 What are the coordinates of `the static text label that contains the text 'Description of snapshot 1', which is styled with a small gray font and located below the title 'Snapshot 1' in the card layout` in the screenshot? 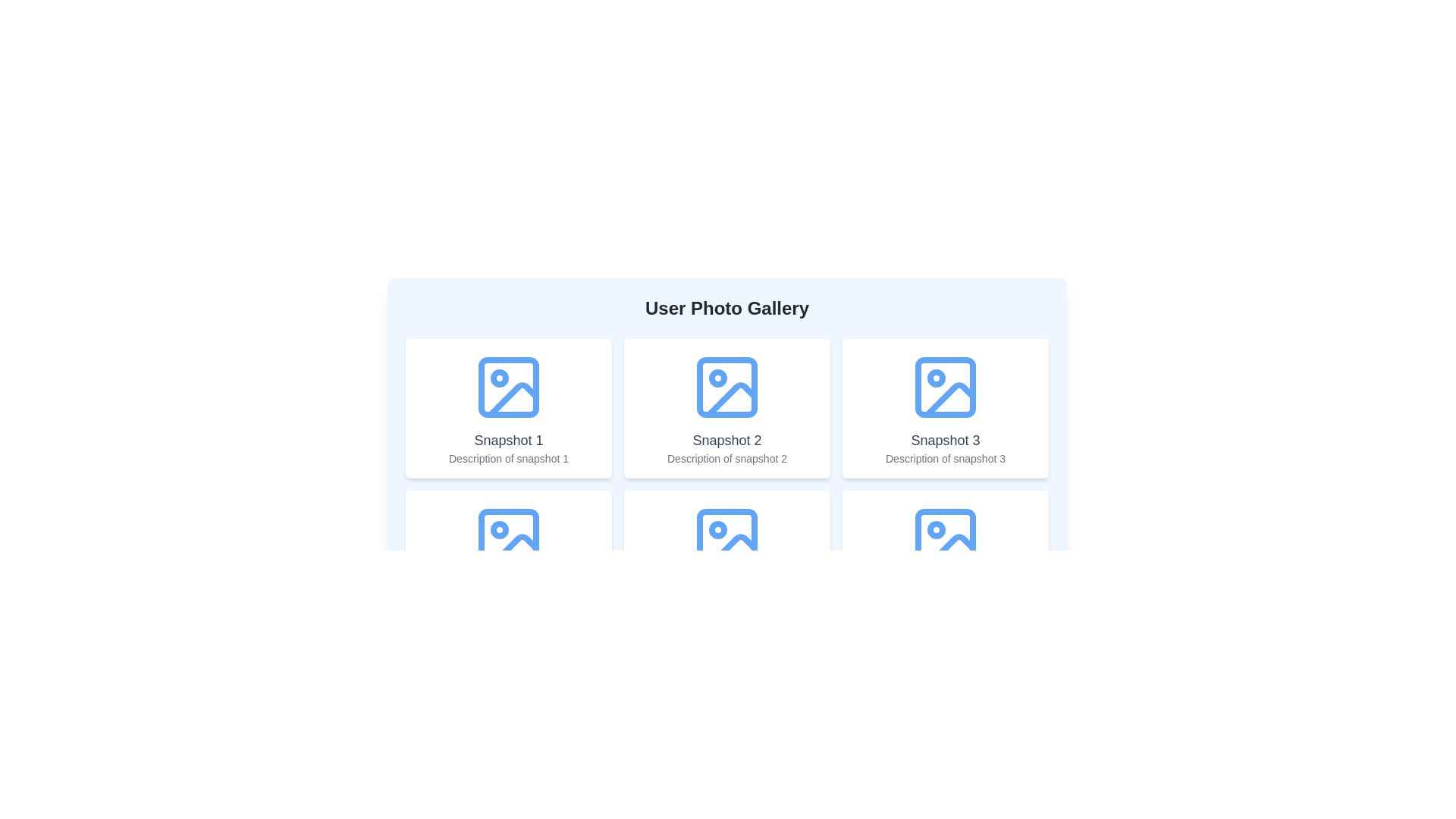 It's located at (509, 458).